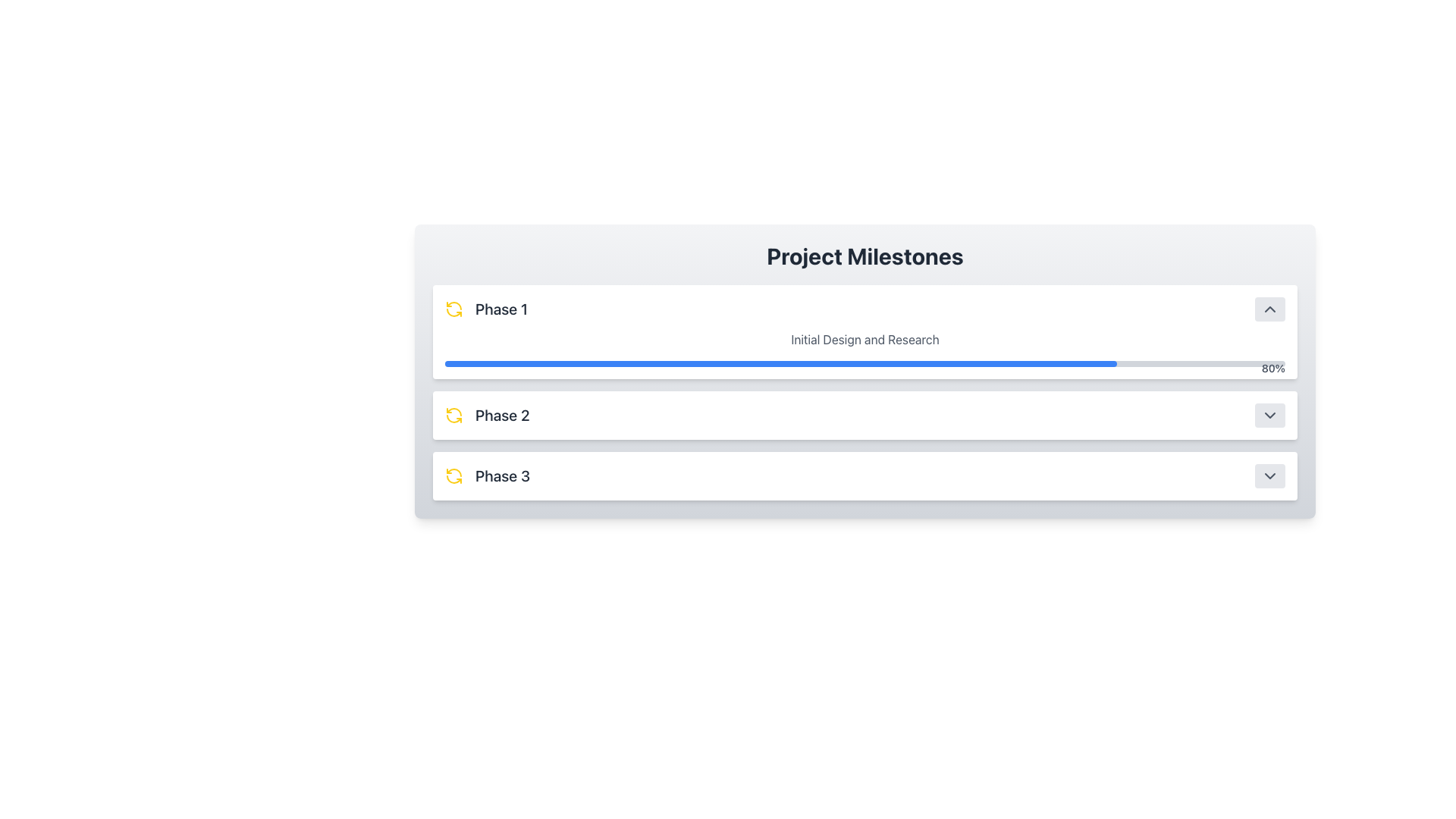  I want to click on the static text label 'Phase 1' which is styled with a large dark gray font and located within a white card, positioned next to a yellow circular refresh icon, so click(501, 309).